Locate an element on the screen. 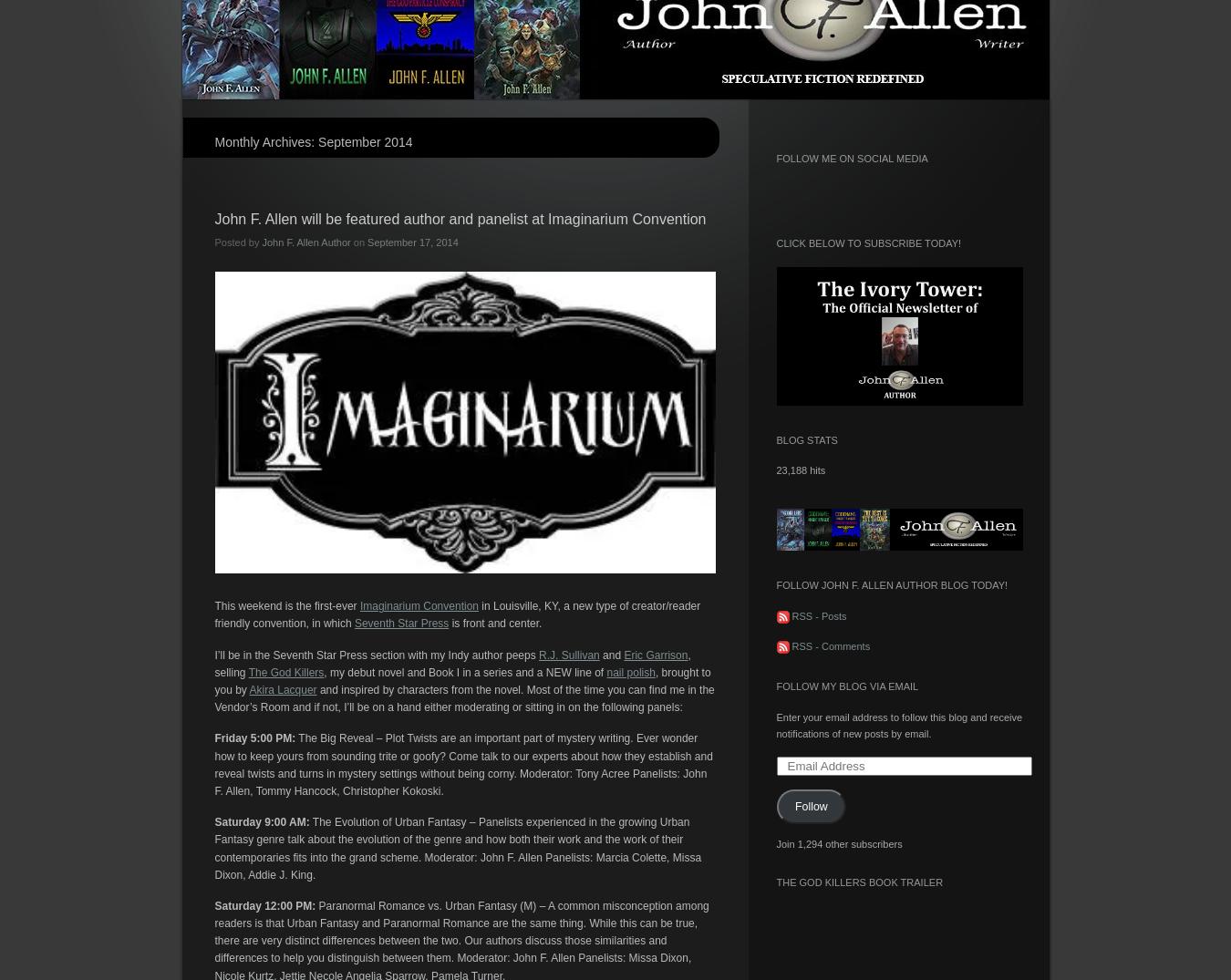  ', selling' is located at coordinates (450, 662).